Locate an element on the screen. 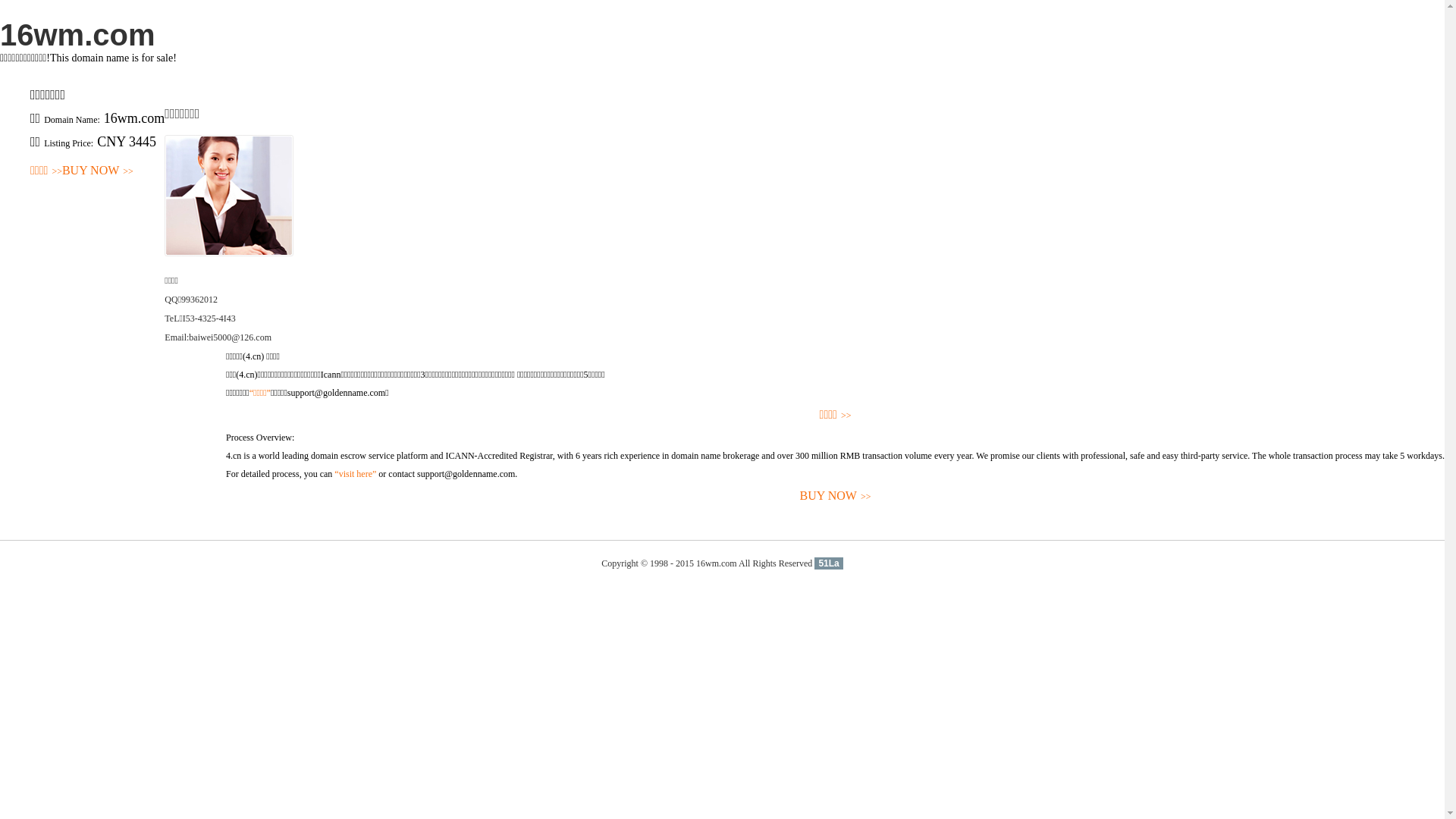  '51La' is located at coordinates (827, 563).